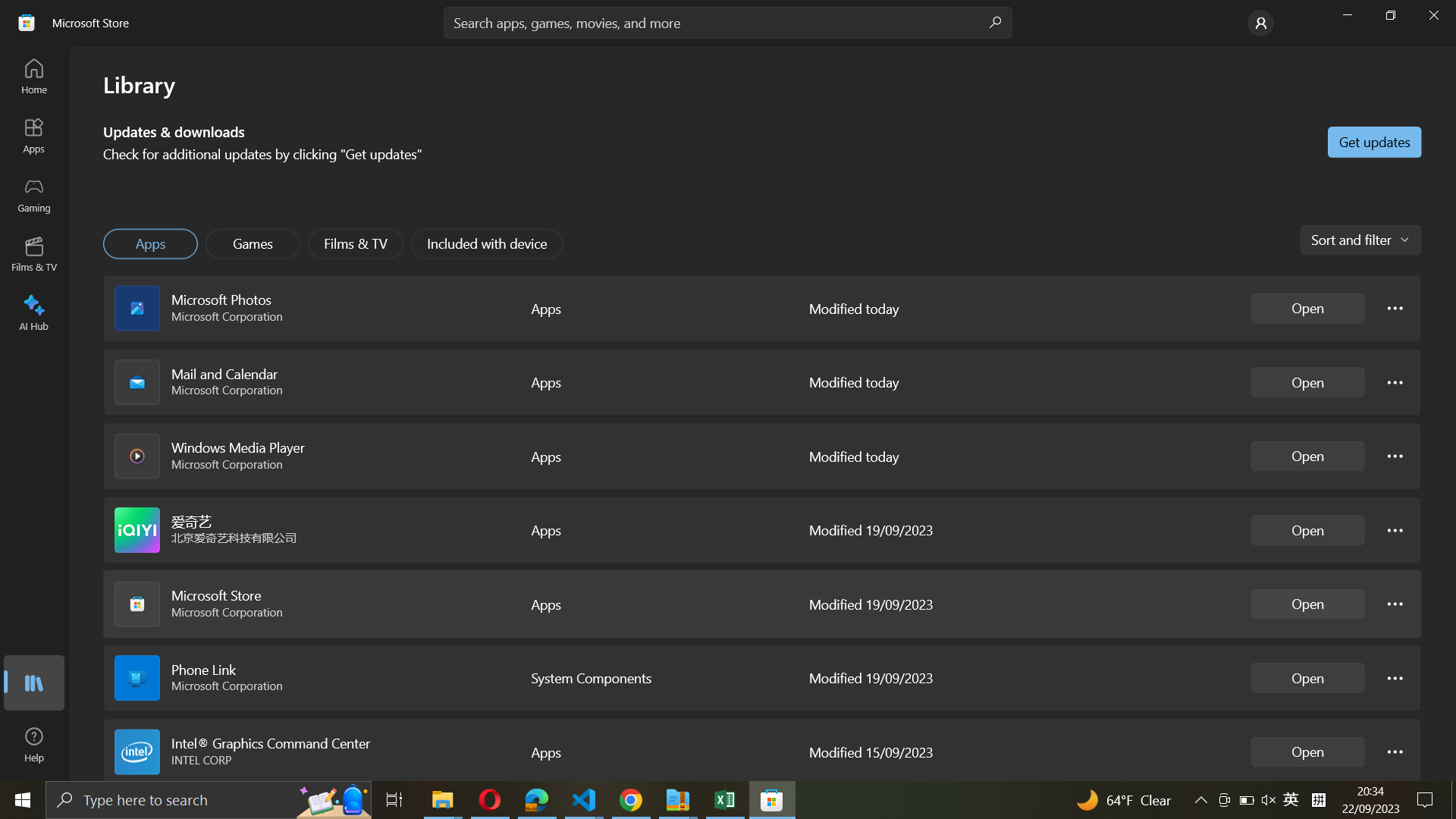 Image resolution: width=1456 pixels, height=819 pixels. Describe the element at coordinates (253, 243) in the screenshot. I see `Games section` at that location.